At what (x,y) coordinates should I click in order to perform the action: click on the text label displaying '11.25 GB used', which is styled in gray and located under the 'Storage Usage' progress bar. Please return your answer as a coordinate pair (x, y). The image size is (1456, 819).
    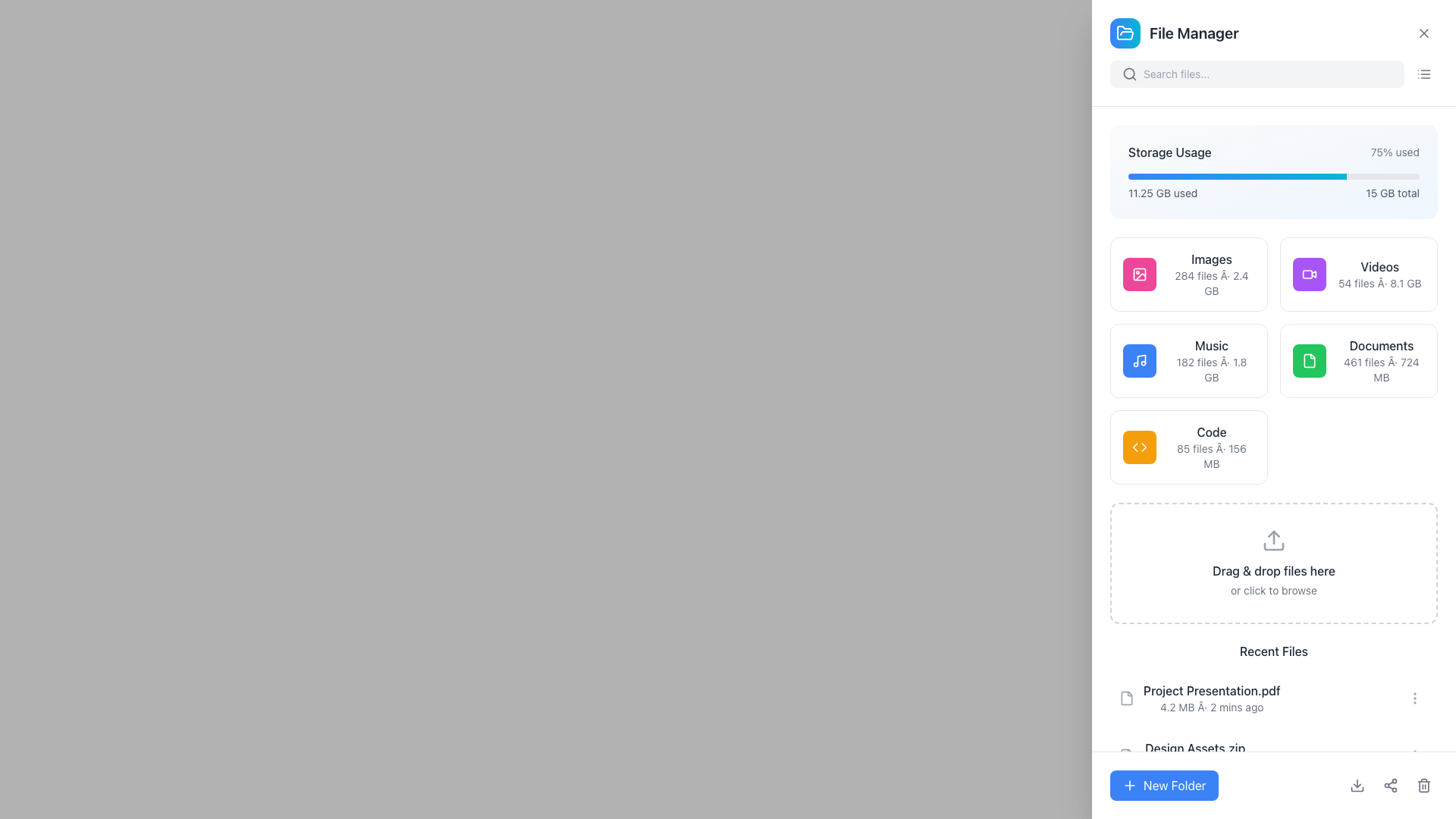
    Looking at the image, I should click on (1162, 192).